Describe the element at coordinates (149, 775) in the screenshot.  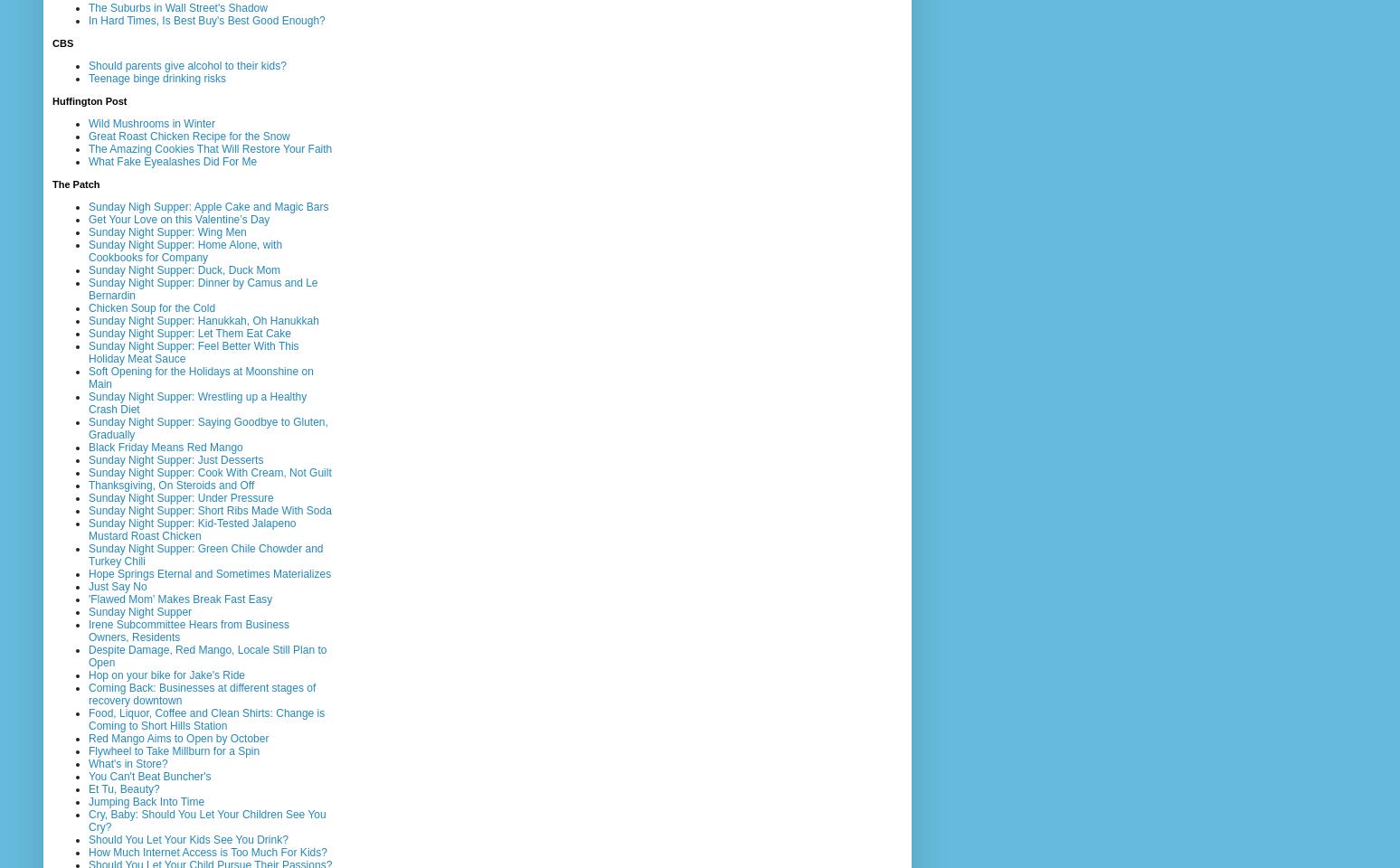
I see `'You Can't Beat Buncher's'` at that location.